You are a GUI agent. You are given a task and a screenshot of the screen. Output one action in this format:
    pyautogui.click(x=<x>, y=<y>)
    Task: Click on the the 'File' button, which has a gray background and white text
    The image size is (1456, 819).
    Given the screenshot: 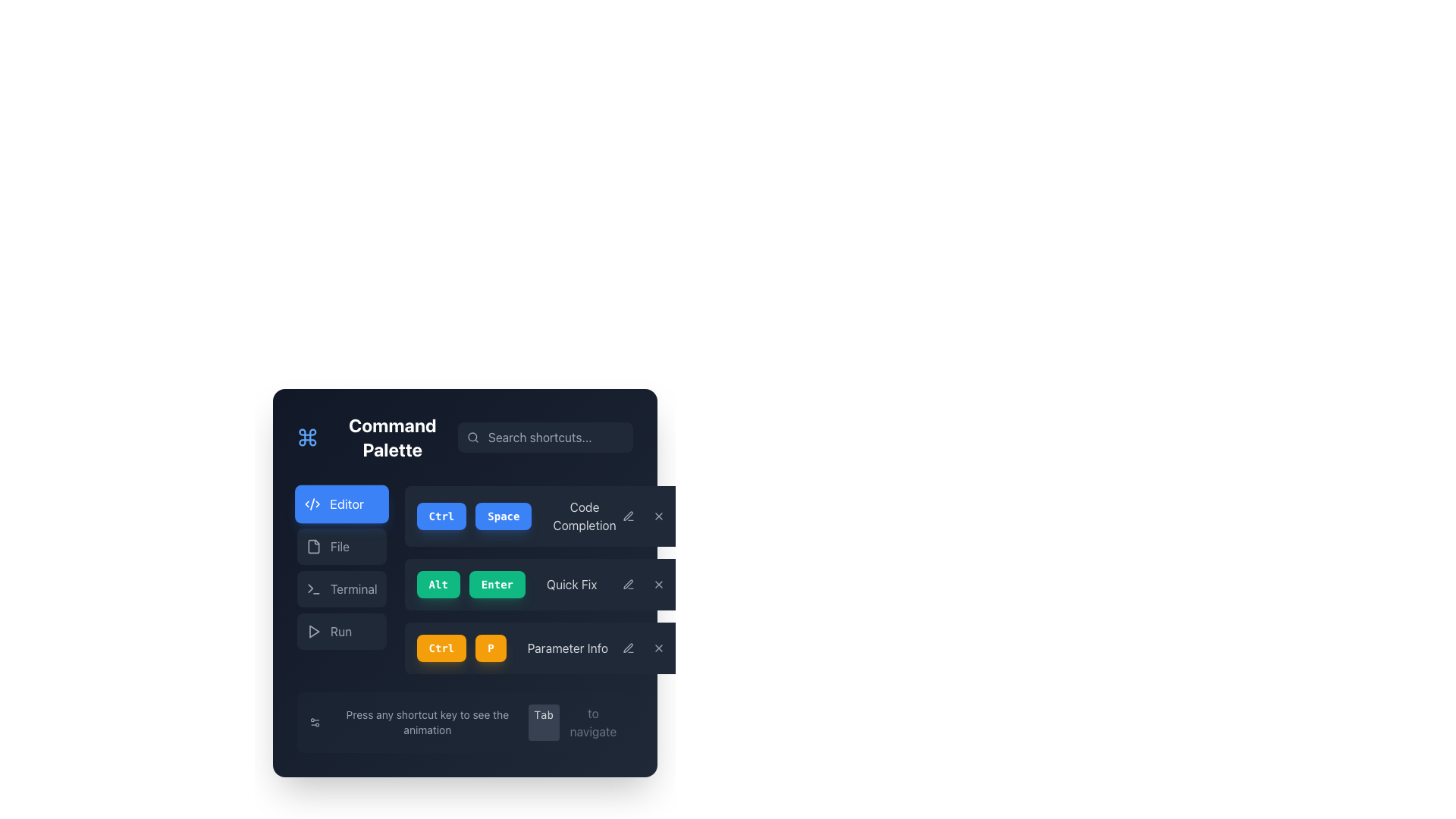 What is the action you would take?
    pyautogui.click(x=340, y=547)
    